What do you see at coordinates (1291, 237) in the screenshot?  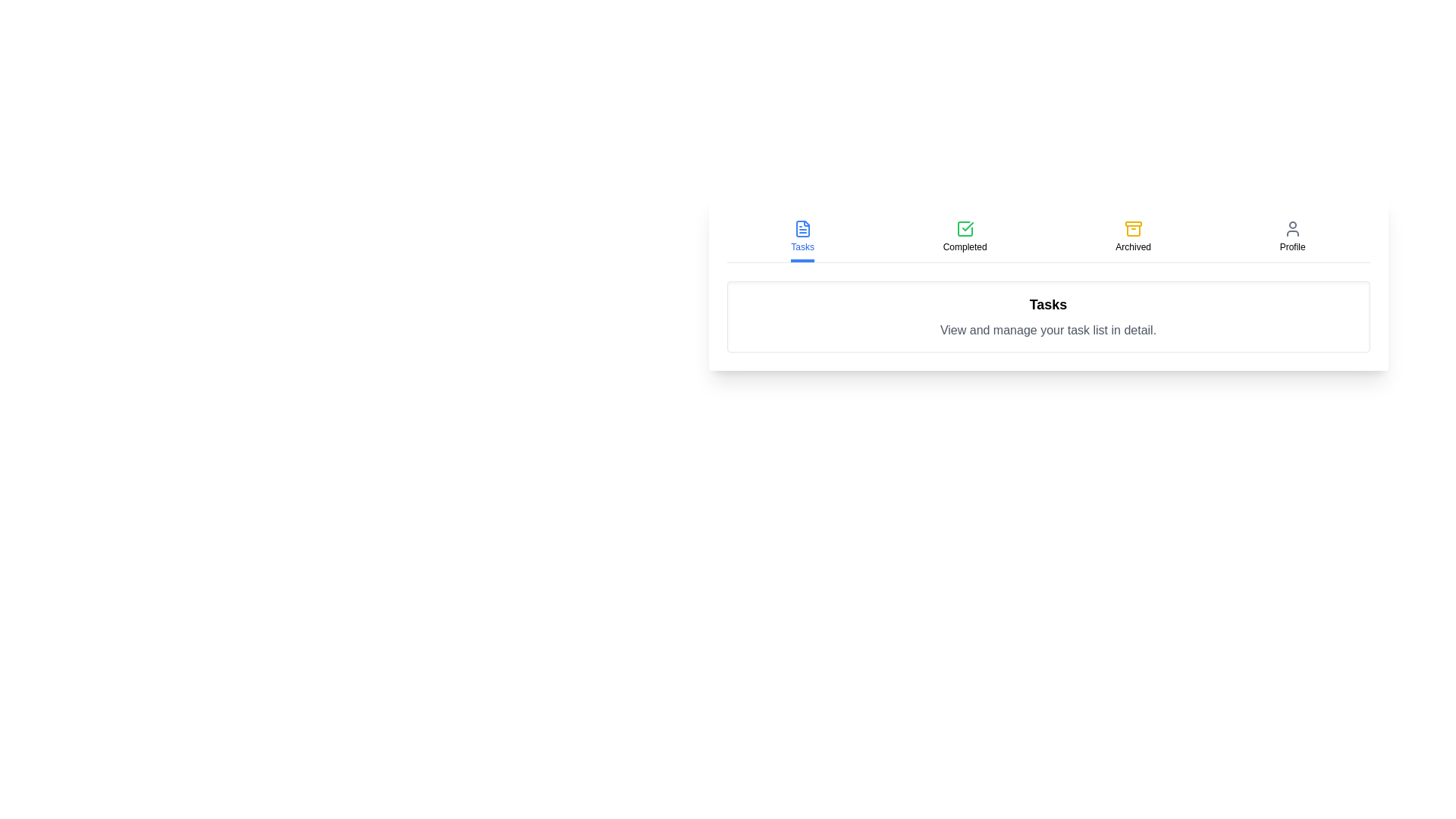 I see `the tab labeled Profile to view its content` at bounding box center [1291, 237].